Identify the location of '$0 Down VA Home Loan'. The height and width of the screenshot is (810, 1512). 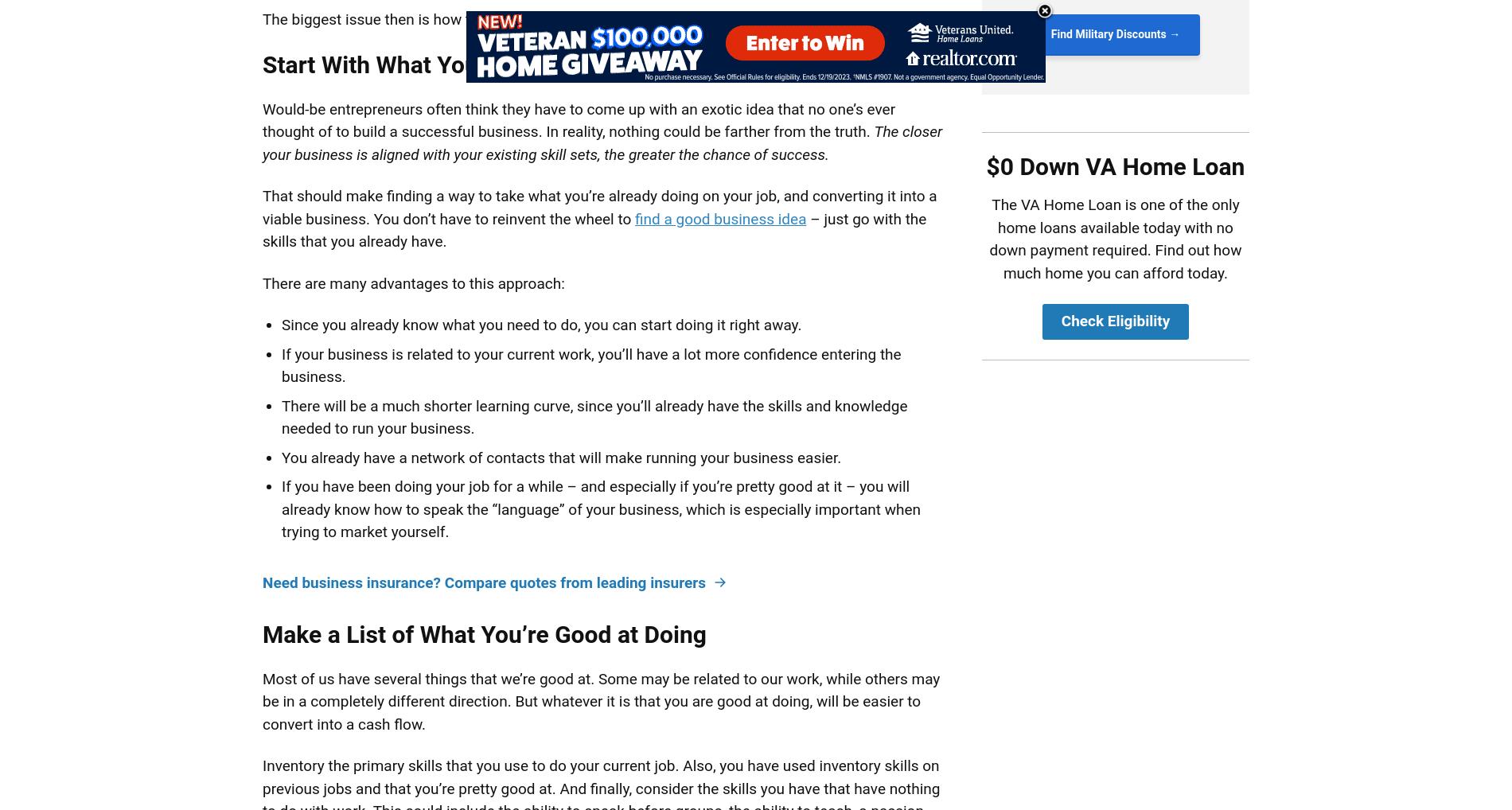
(1114, 166).